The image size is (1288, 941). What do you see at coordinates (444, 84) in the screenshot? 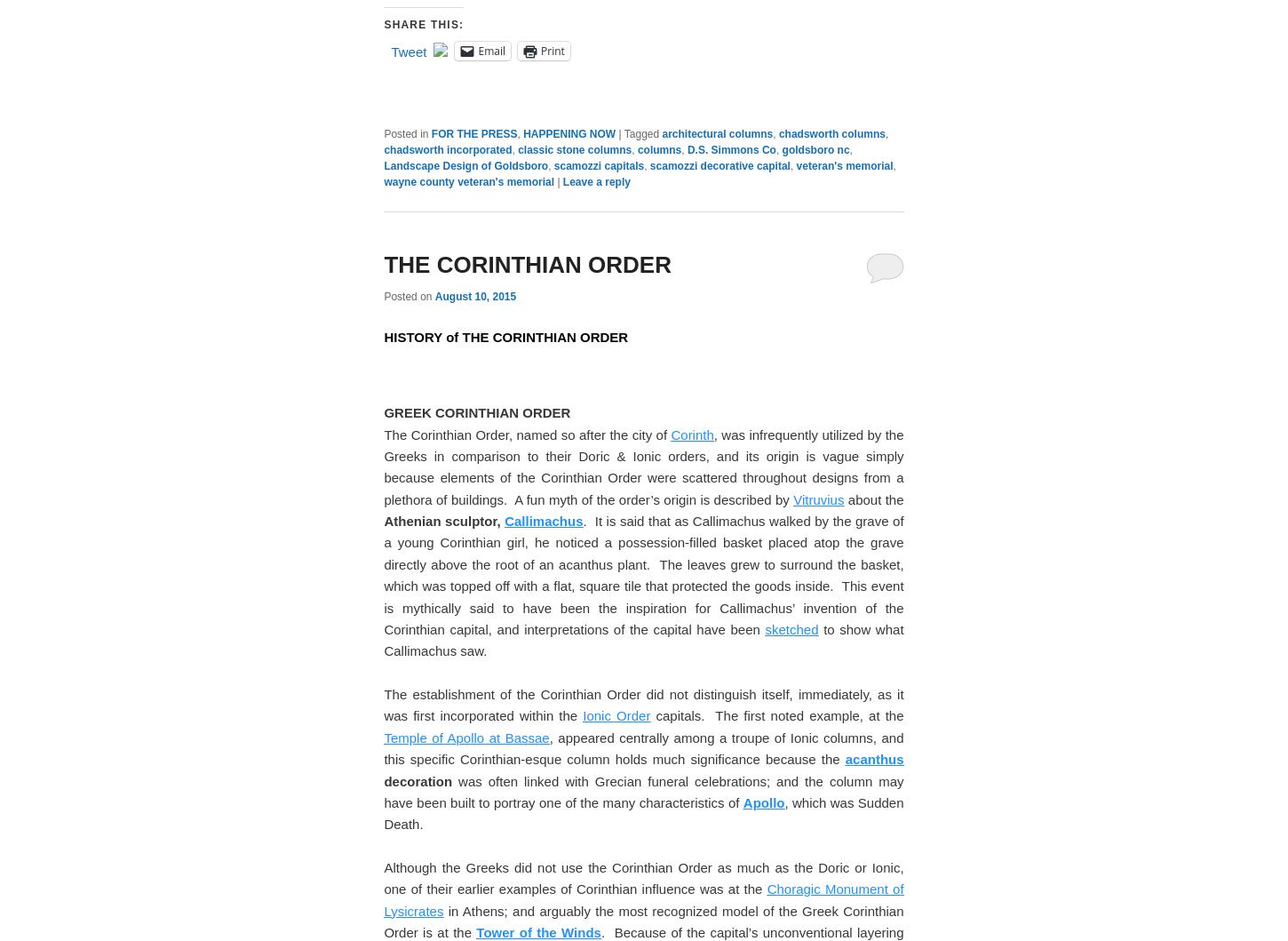
I see `'COLUMN DESIGN:'` at bounding box center [444, 84].